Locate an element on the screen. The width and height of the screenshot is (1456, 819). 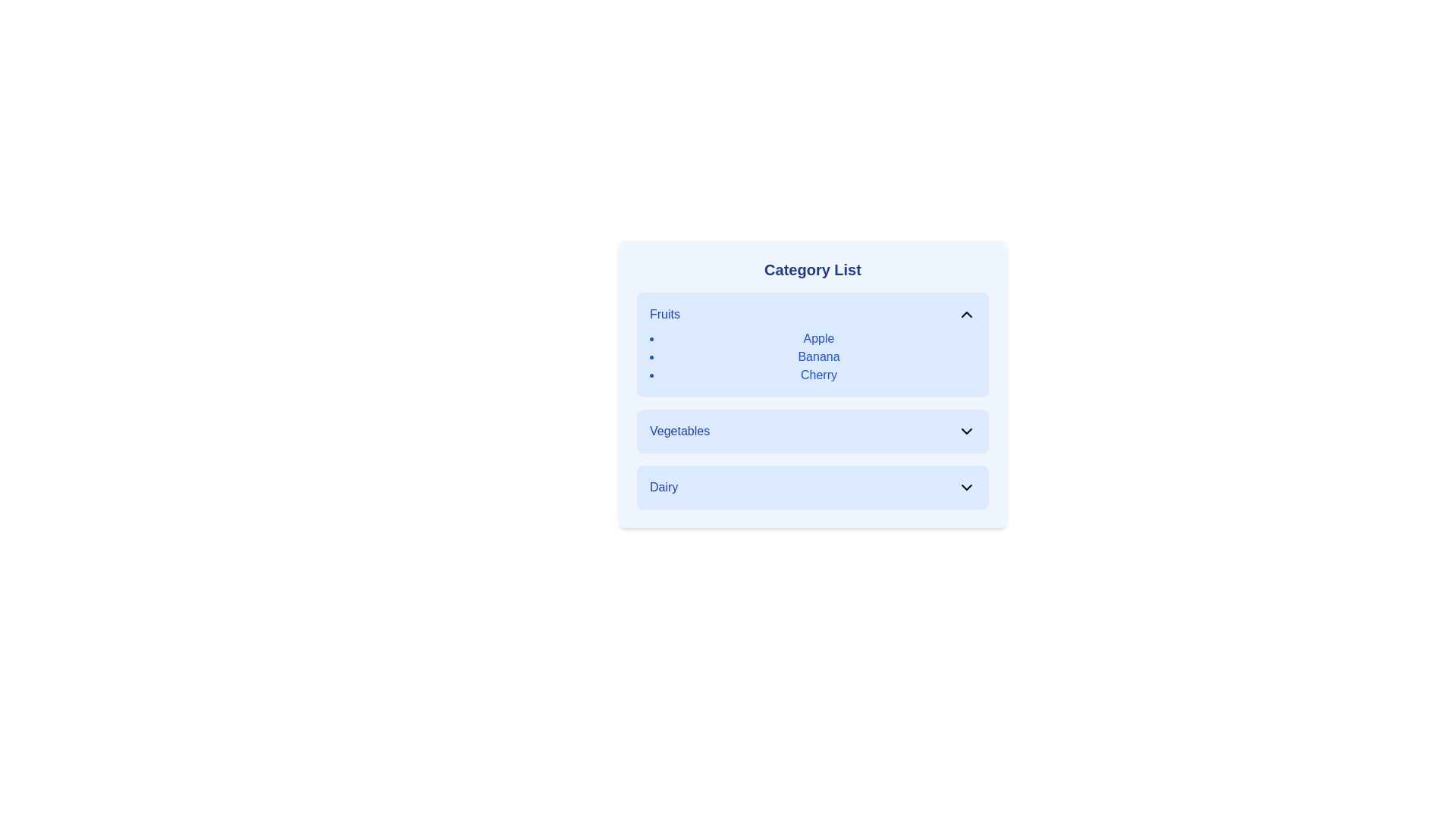
the 'Fruits' collapsible header for keyboard interaction is located at coordinates (811, 314).